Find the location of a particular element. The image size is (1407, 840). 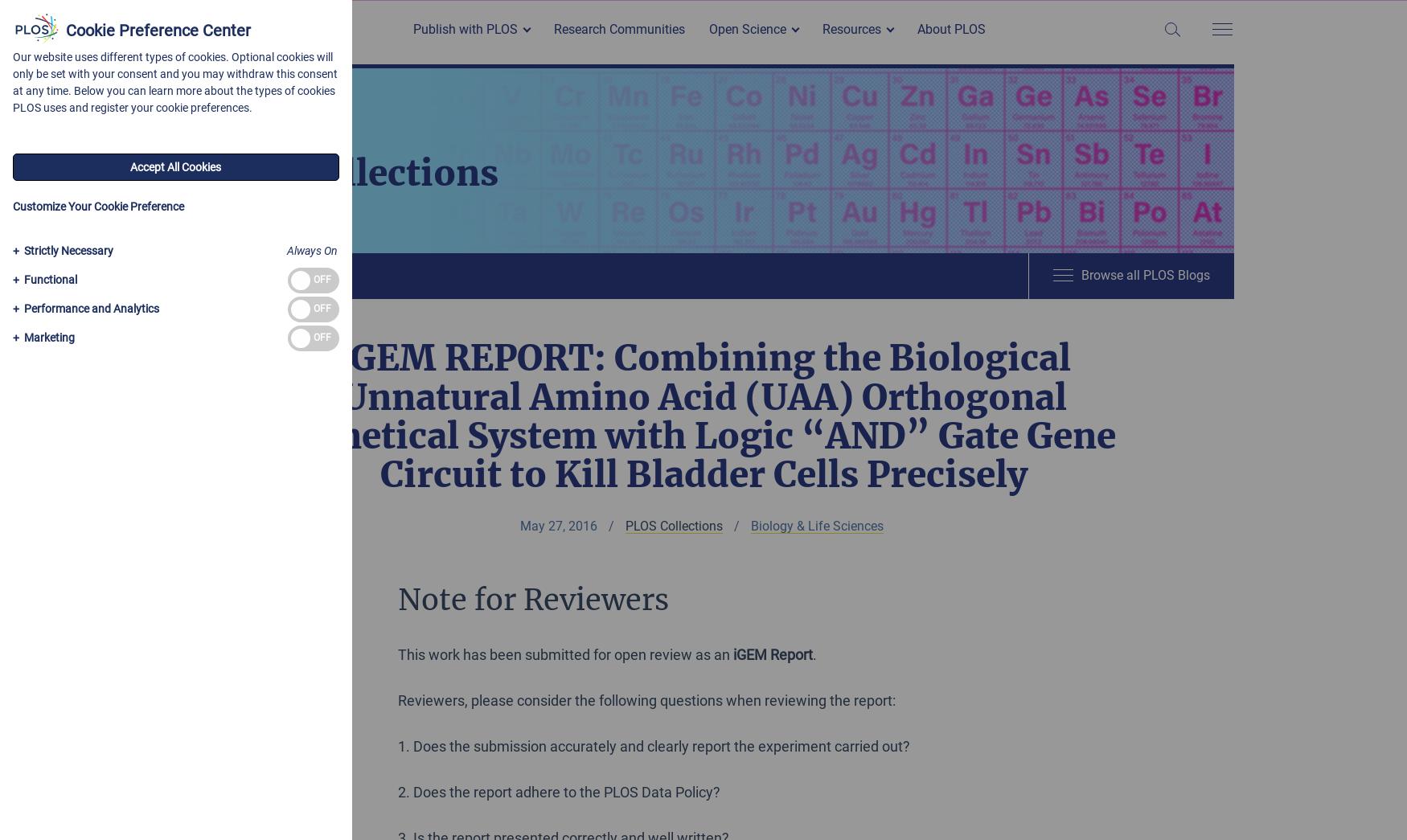

'Open Methods' is located at coordinates (755, 137).